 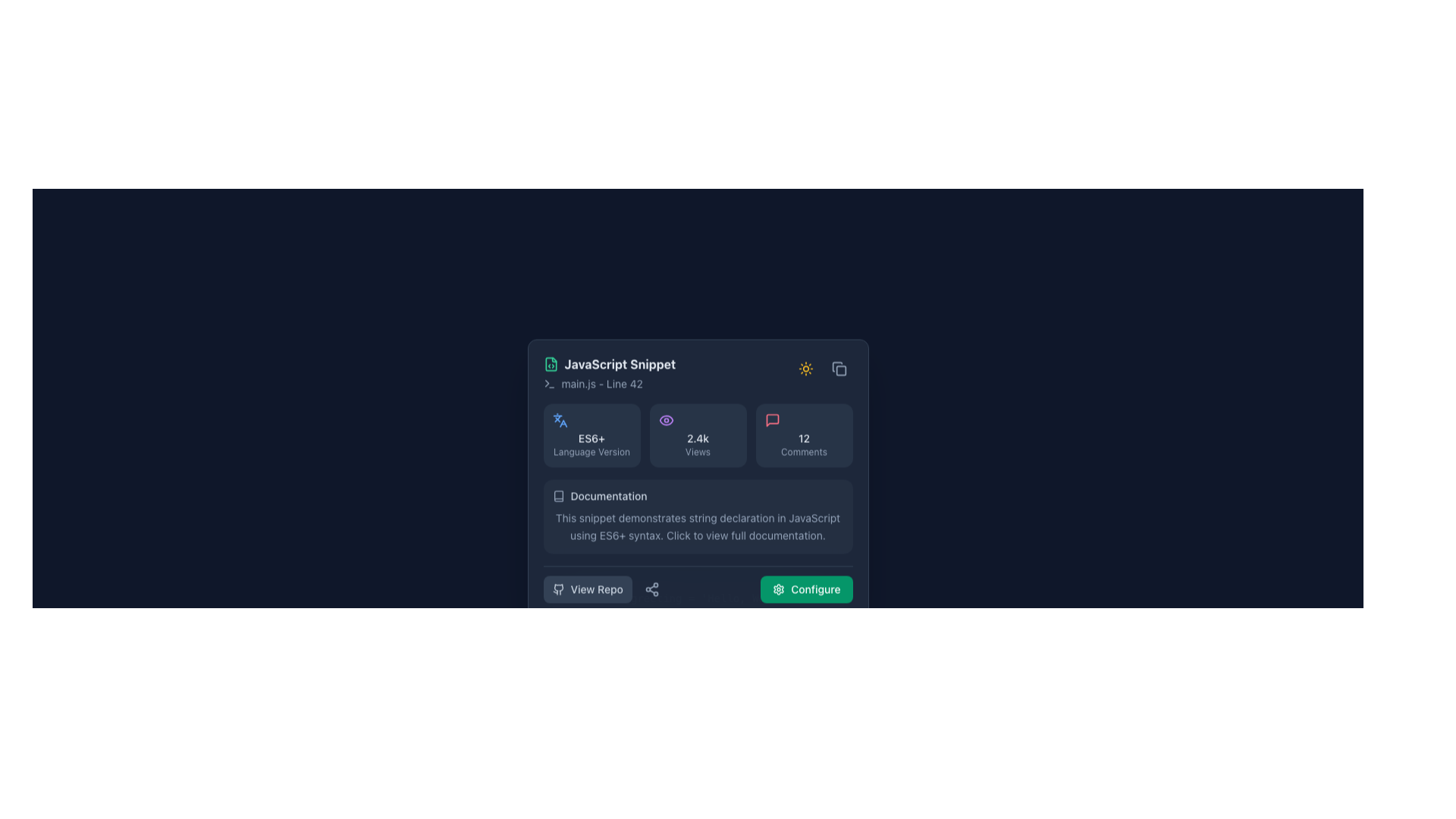 What do you see at coordinates (697, 435) in the screenshot?
I see `individual contents of the grid containing three informational cards that display key statistics such as language version, views, and comments for a JavaScript snippet` at bounding box center [697, 435].